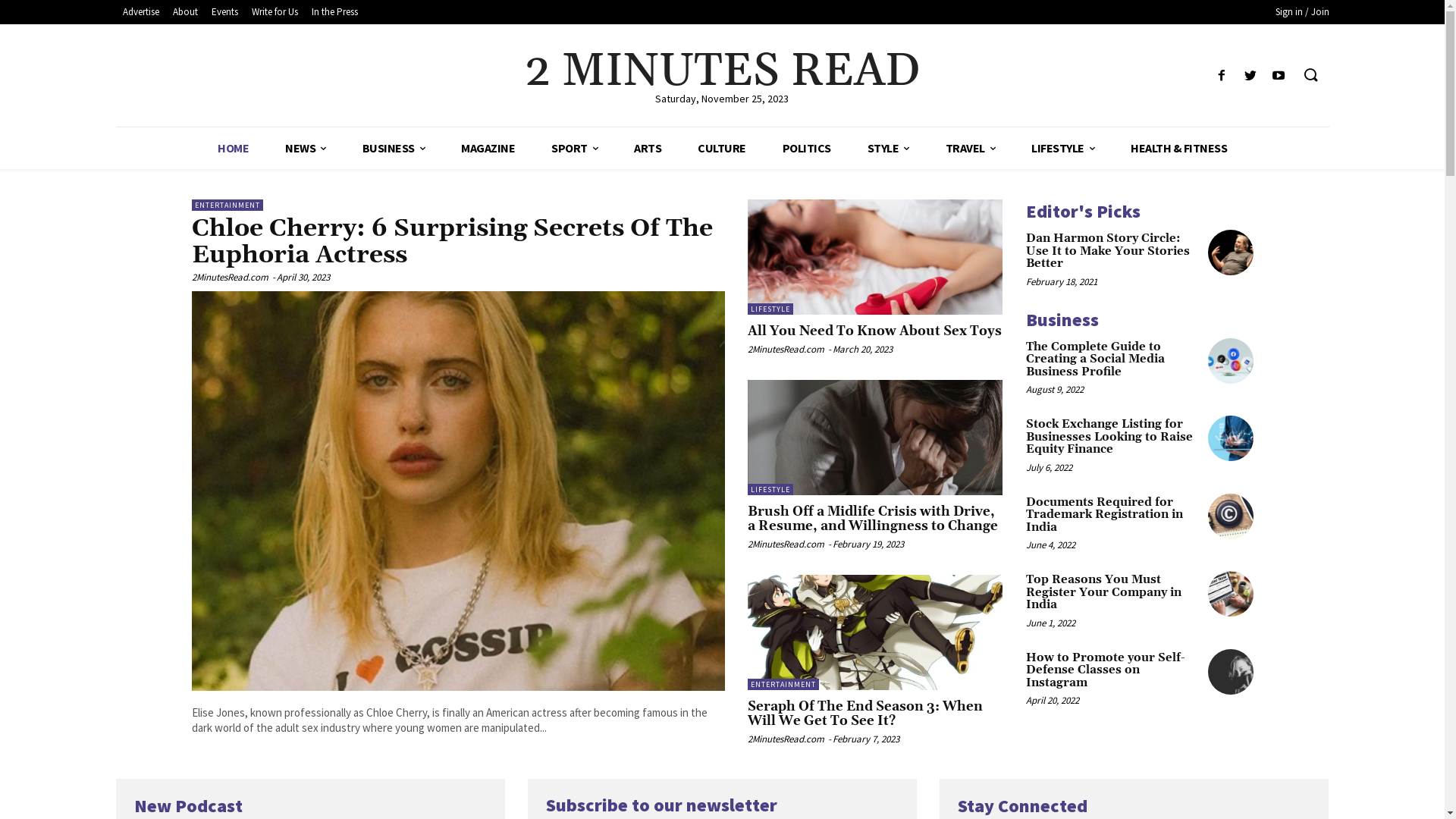 This screenshot has height=819, width=1456. Describe the element at coordinates (232, 148) in the screenshot. I see `'HOME'` at that location.